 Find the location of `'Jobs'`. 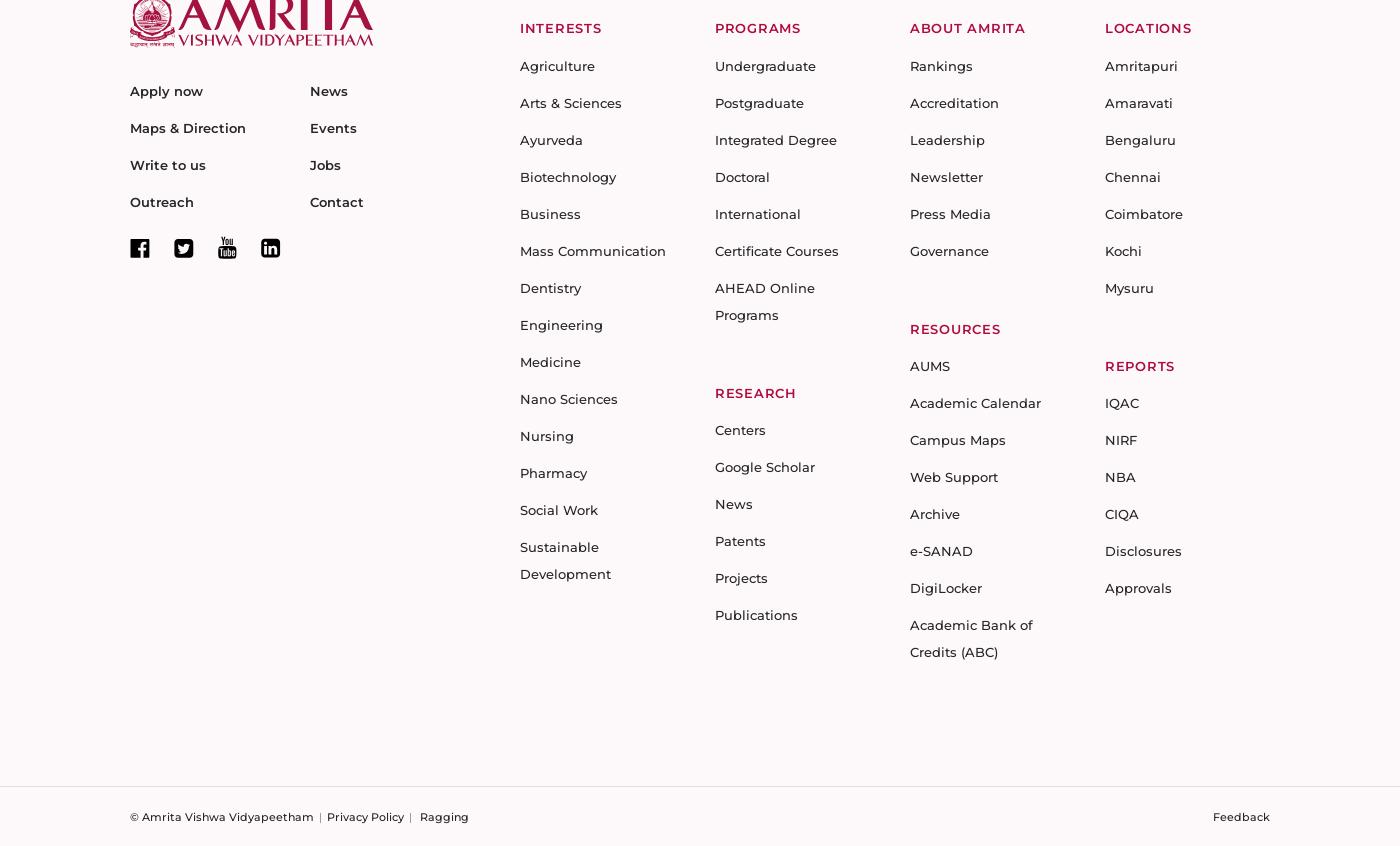

'Jobs' is located at coordinates (309, 163).